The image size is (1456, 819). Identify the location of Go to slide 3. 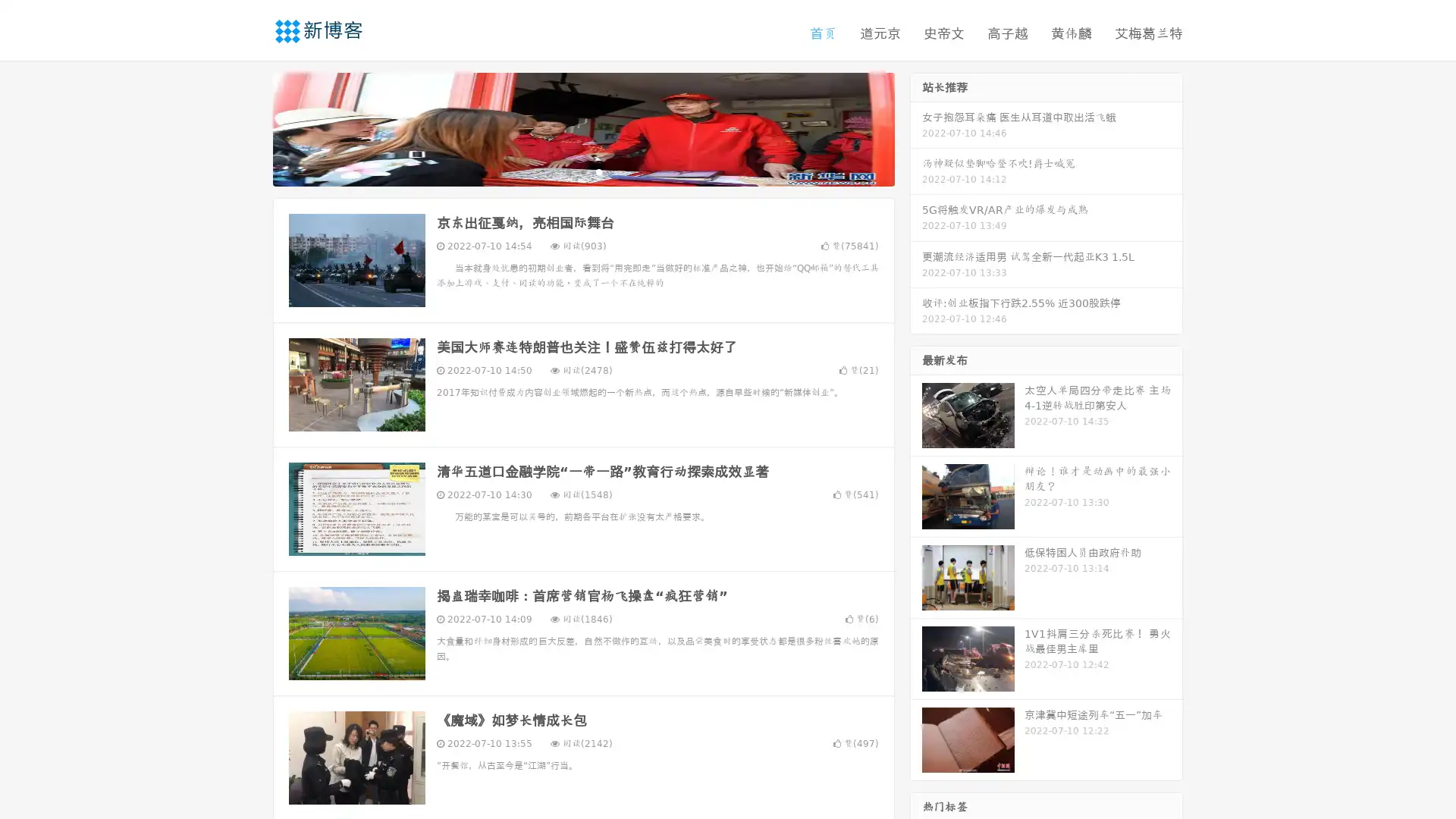
(598, 171).